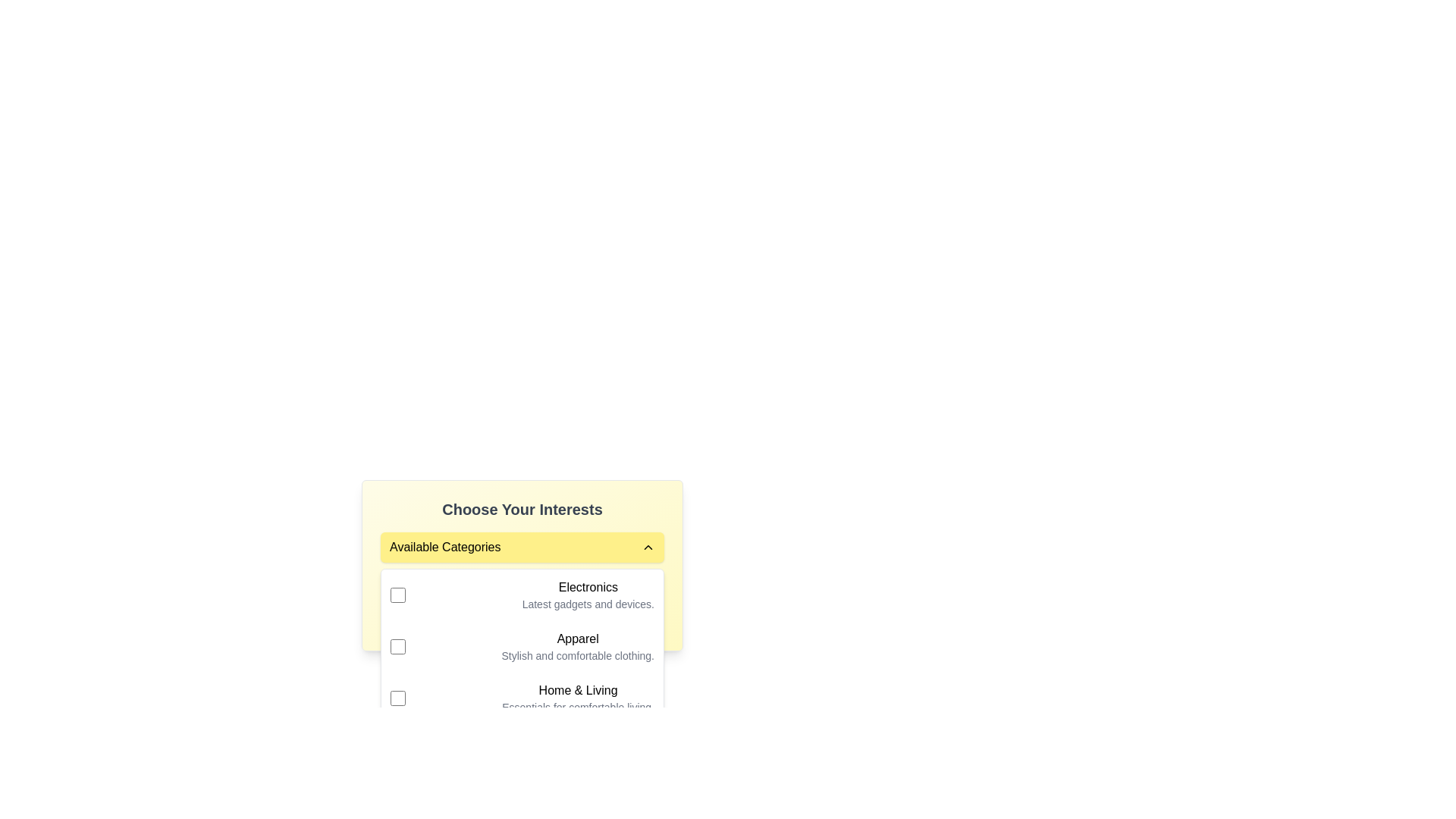 The width and height of the screenshot is (1456, 819). I want to click on the third checkbox in the 'Available Categories' list, so click(397, 698).